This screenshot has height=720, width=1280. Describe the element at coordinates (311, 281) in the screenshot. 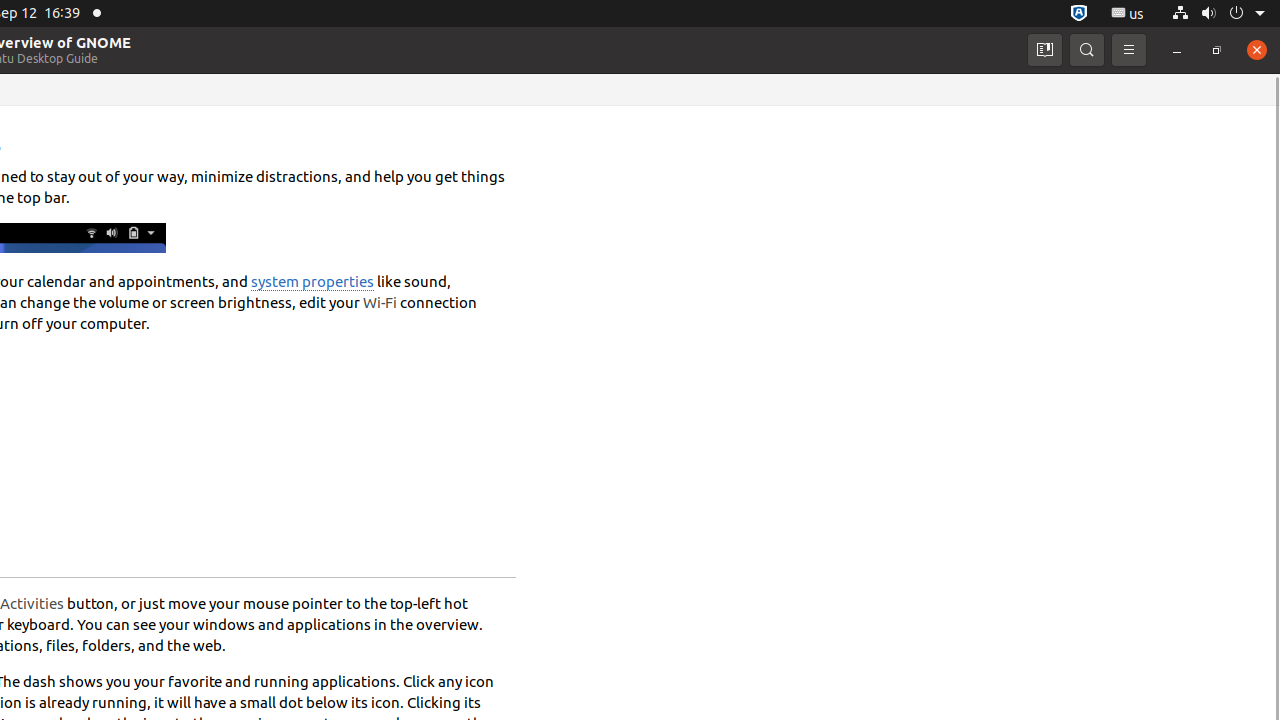

I see `'system properties'` at that location.